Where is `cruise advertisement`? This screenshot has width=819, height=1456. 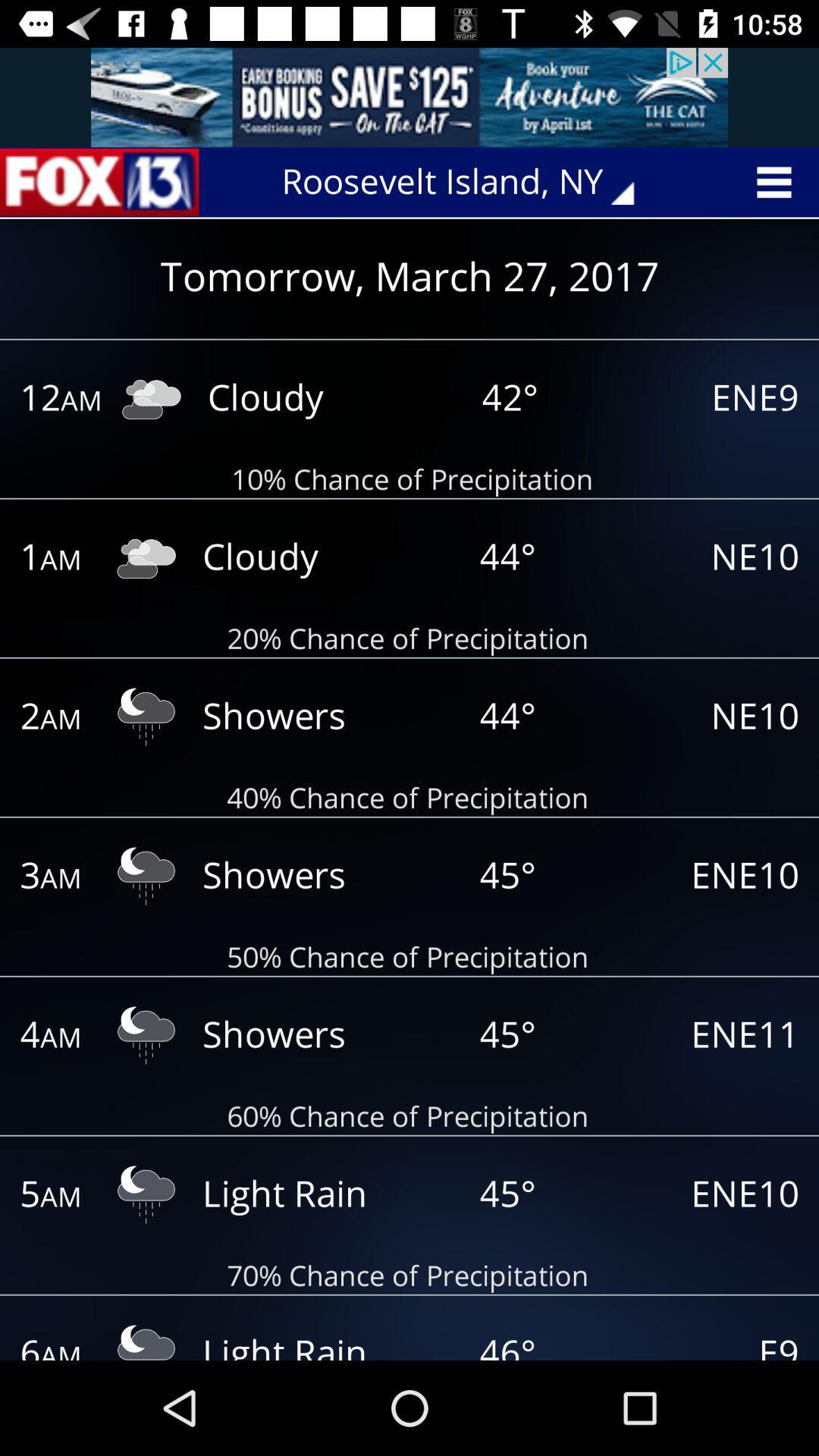
cruise advertisement is located at coordinates (409, 96).